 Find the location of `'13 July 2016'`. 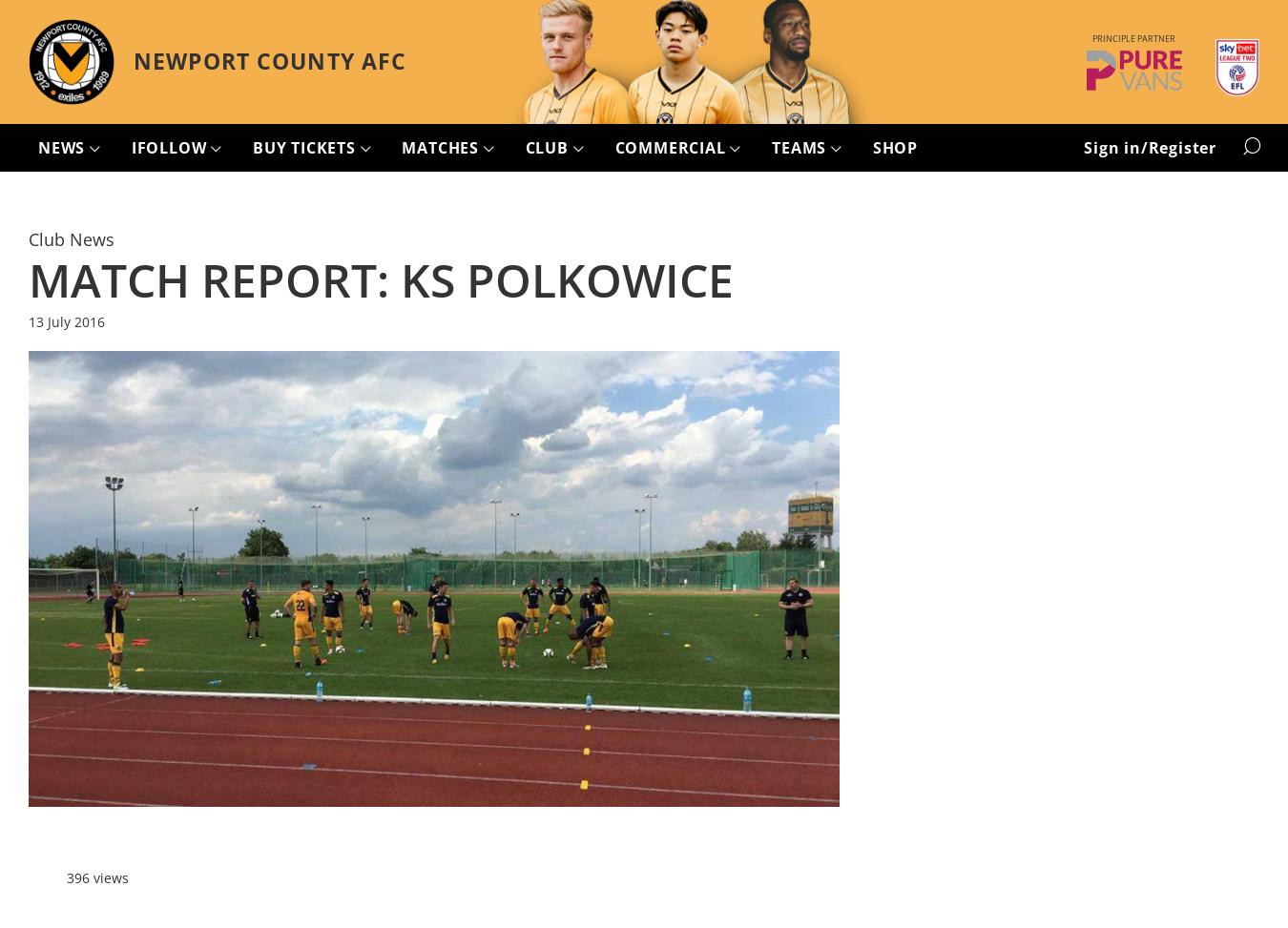

'13 July 2016' is located at coordinates (66, 320).